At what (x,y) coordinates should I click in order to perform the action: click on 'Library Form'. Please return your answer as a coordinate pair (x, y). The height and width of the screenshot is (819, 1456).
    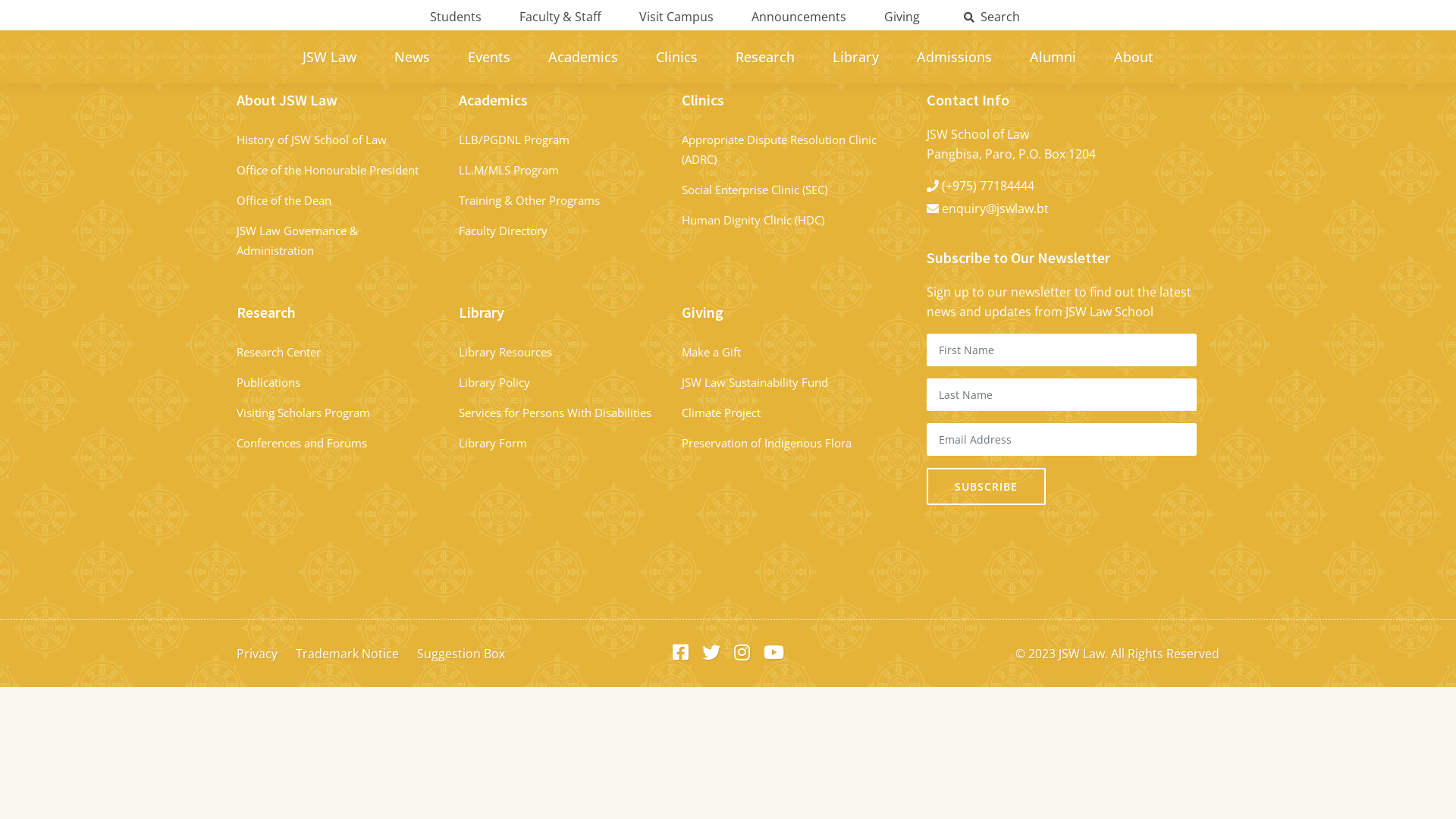
    Looking at the image, I should click on (492, 442).